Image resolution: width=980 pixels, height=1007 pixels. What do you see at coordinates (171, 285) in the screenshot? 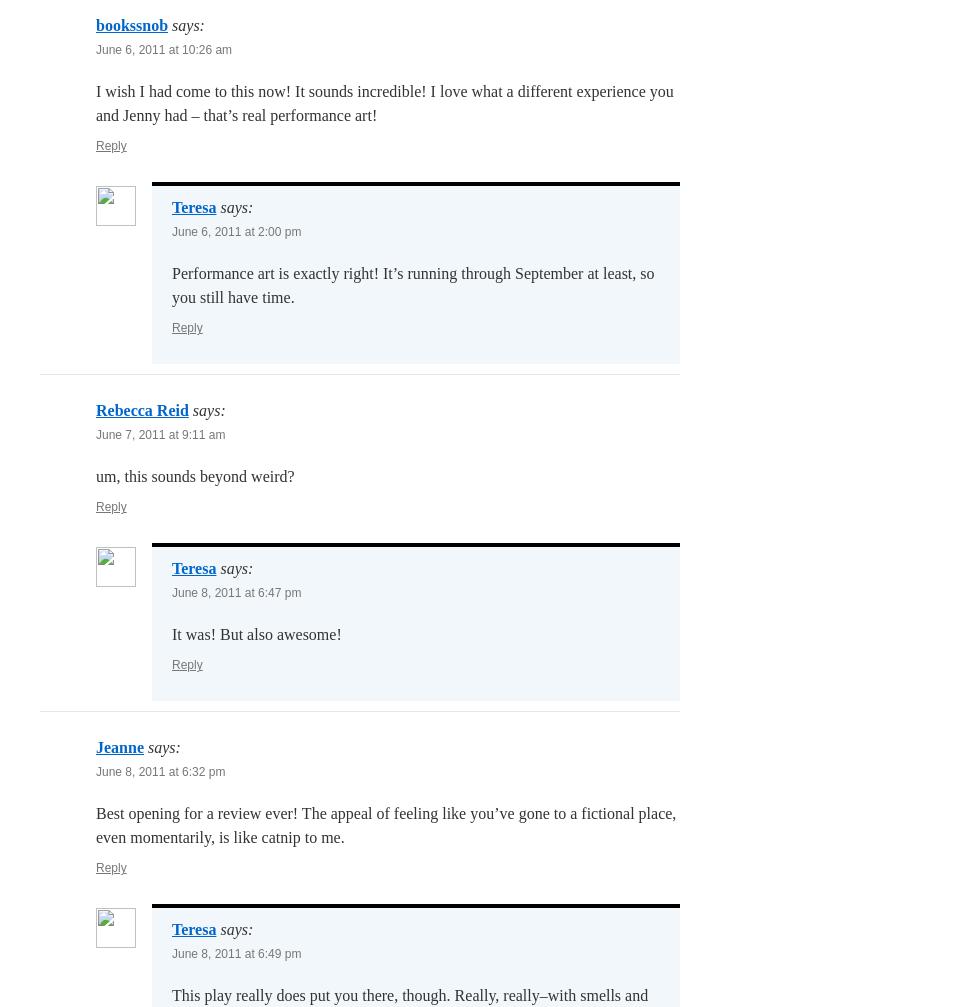
I see `'Performance art is exactly right! It’s running through September at least, so you still have time.'` at bounding box center [171, 285].